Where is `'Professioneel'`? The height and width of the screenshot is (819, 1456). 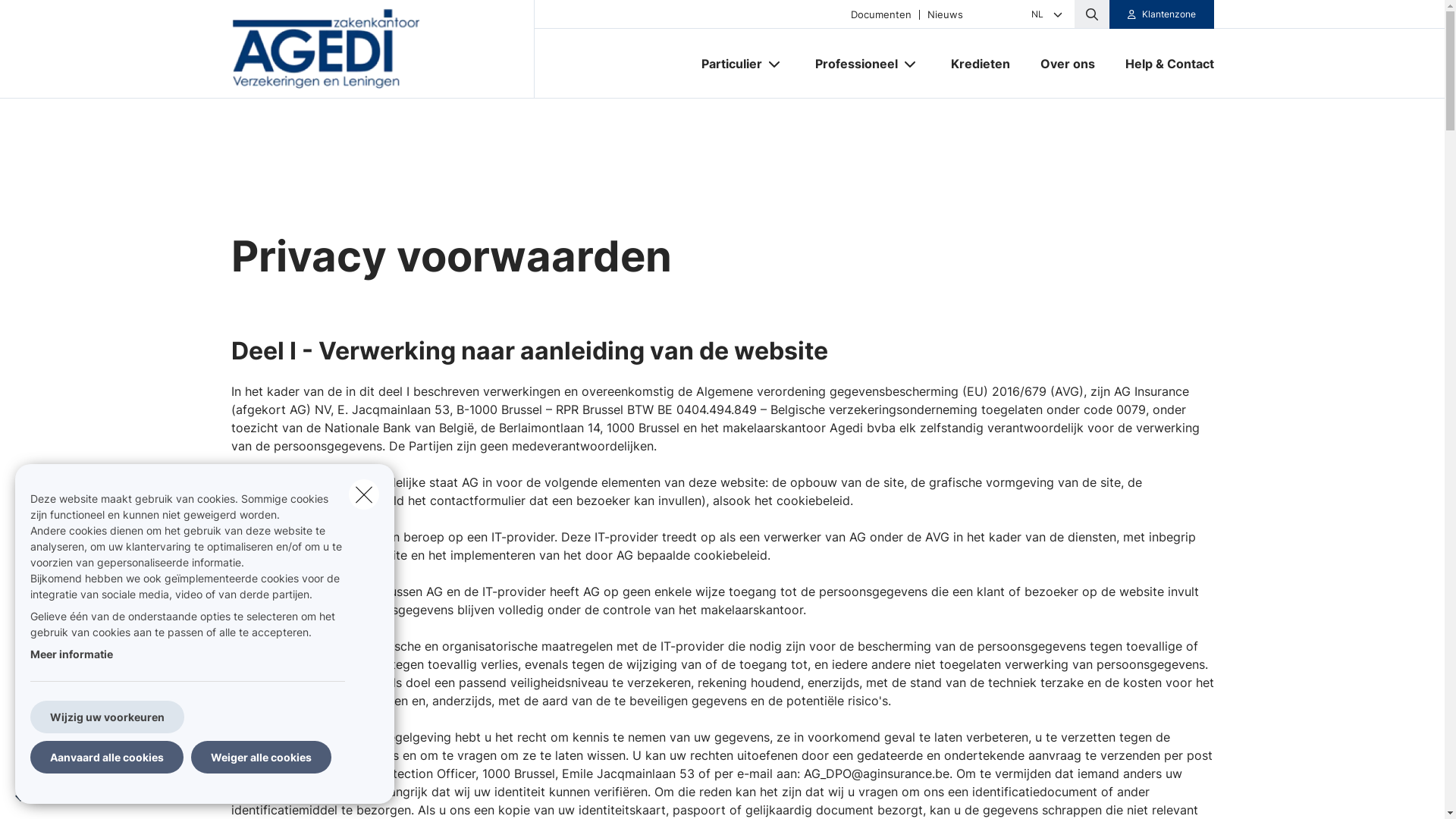 'Professioneel' is located at coordinates (799, 63).